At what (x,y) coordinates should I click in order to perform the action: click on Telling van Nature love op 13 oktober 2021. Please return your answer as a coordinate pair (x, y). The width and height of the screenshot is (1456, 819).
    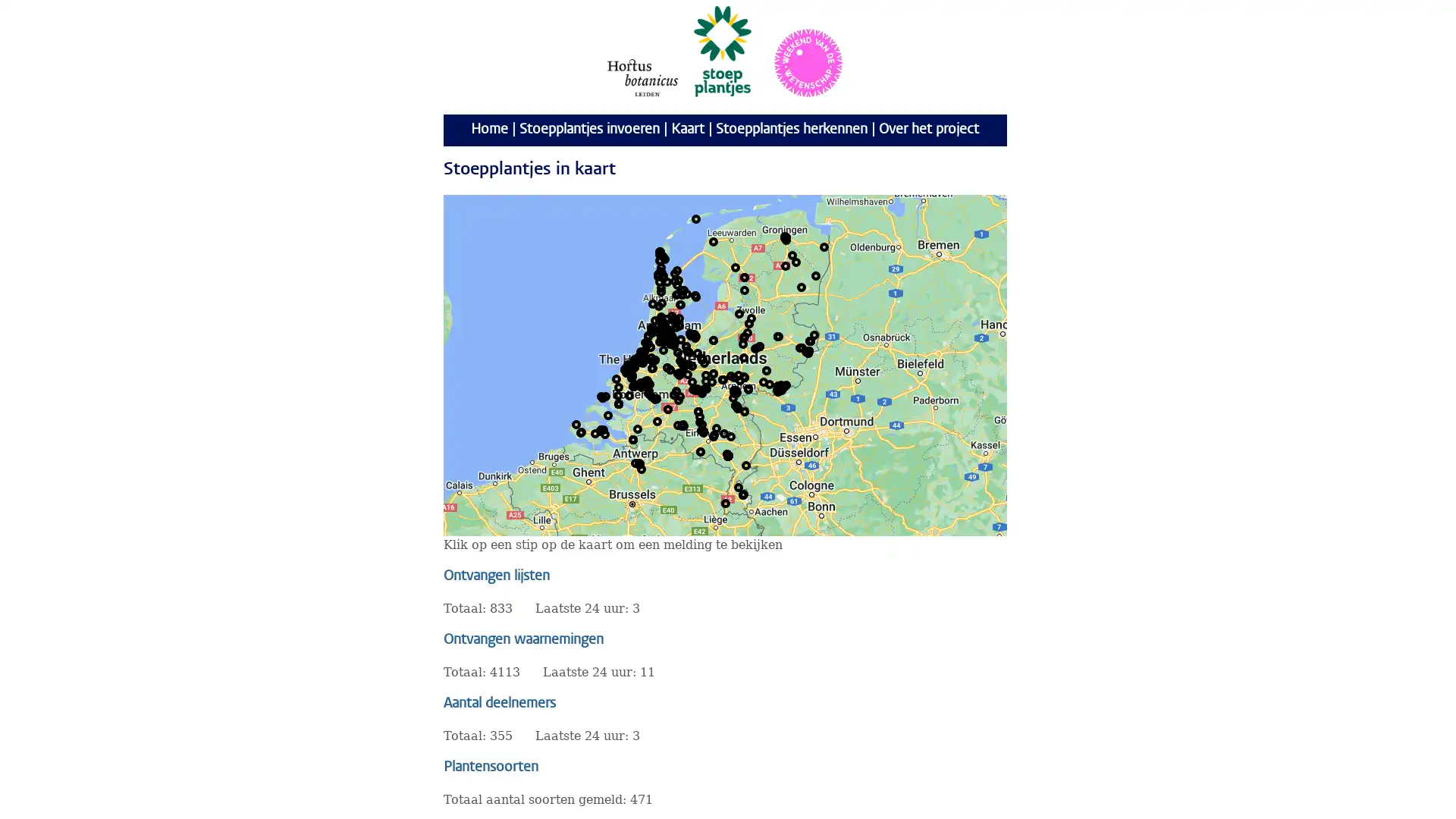
    Looking at the image, I should click on (637, 428).